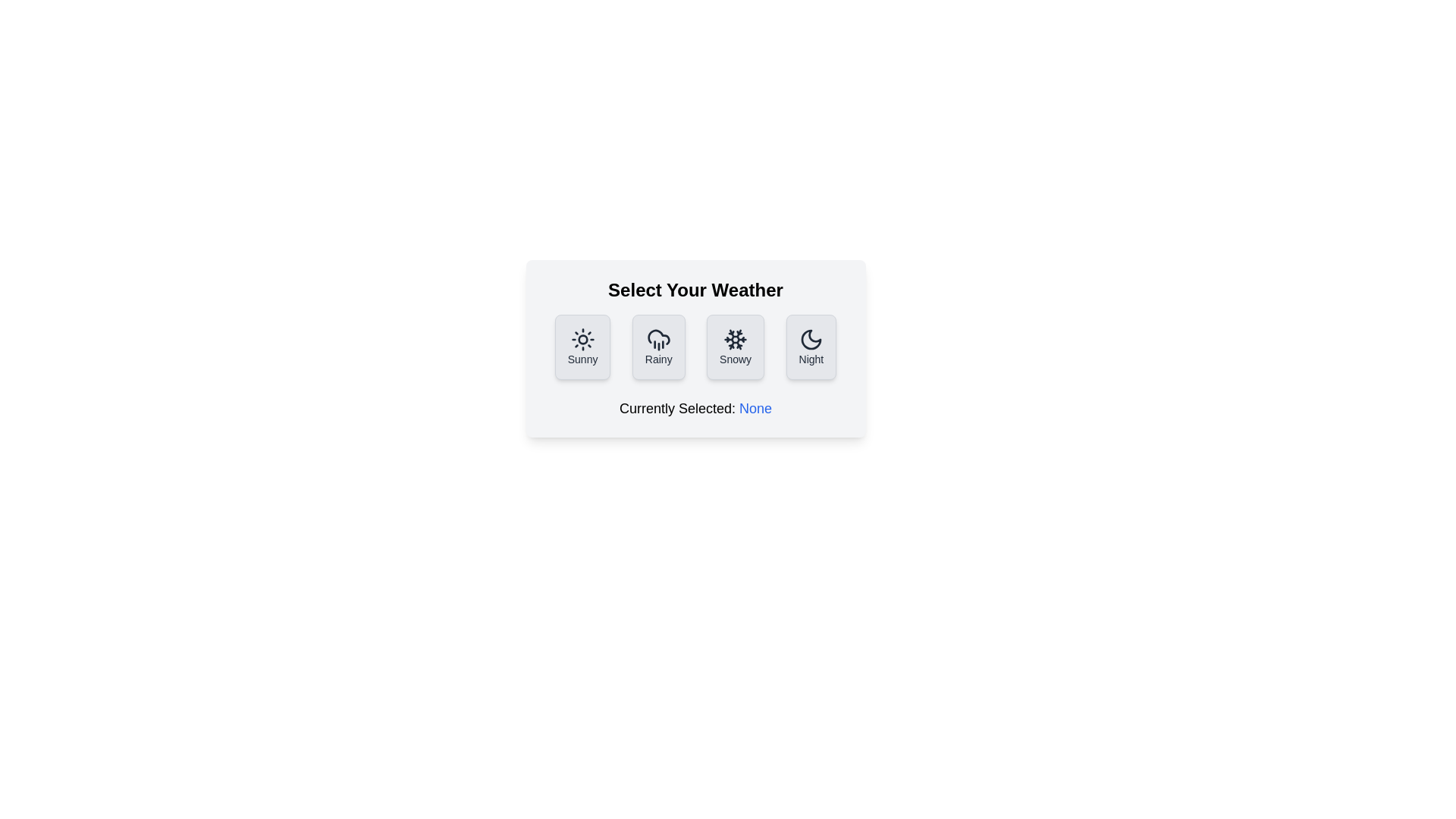 This screenshot has width=1456, height=819. Describe the element at coordinates (582, 338) in the screenshot. I see `the small circular graphical component at the center of the sun icon in the 'Sunny' selection box, which is part of the weather icon group` at that location.